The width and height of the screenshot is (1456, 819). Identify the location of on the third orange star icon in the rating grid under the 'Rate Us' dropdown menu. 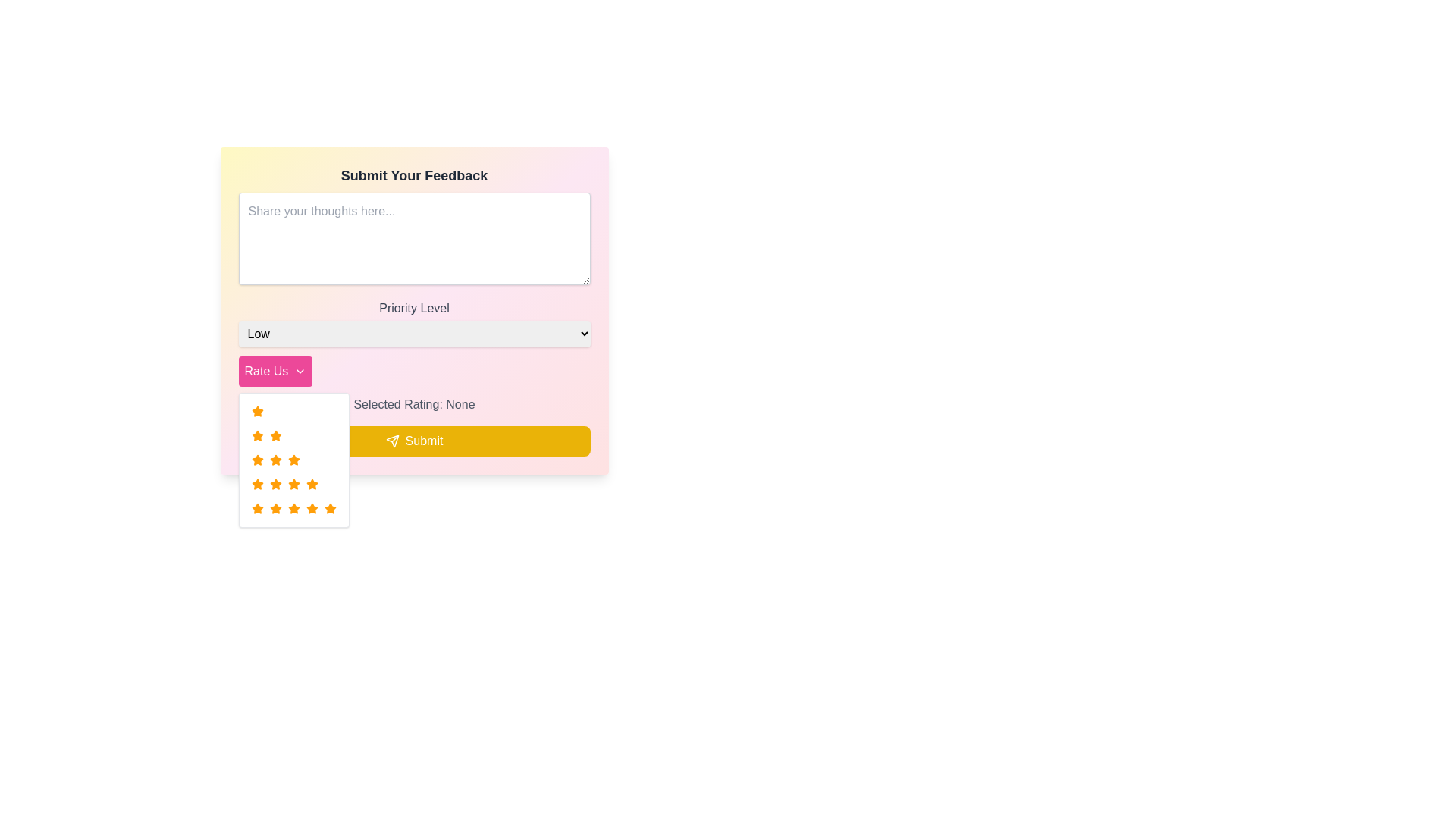
(257, 459).